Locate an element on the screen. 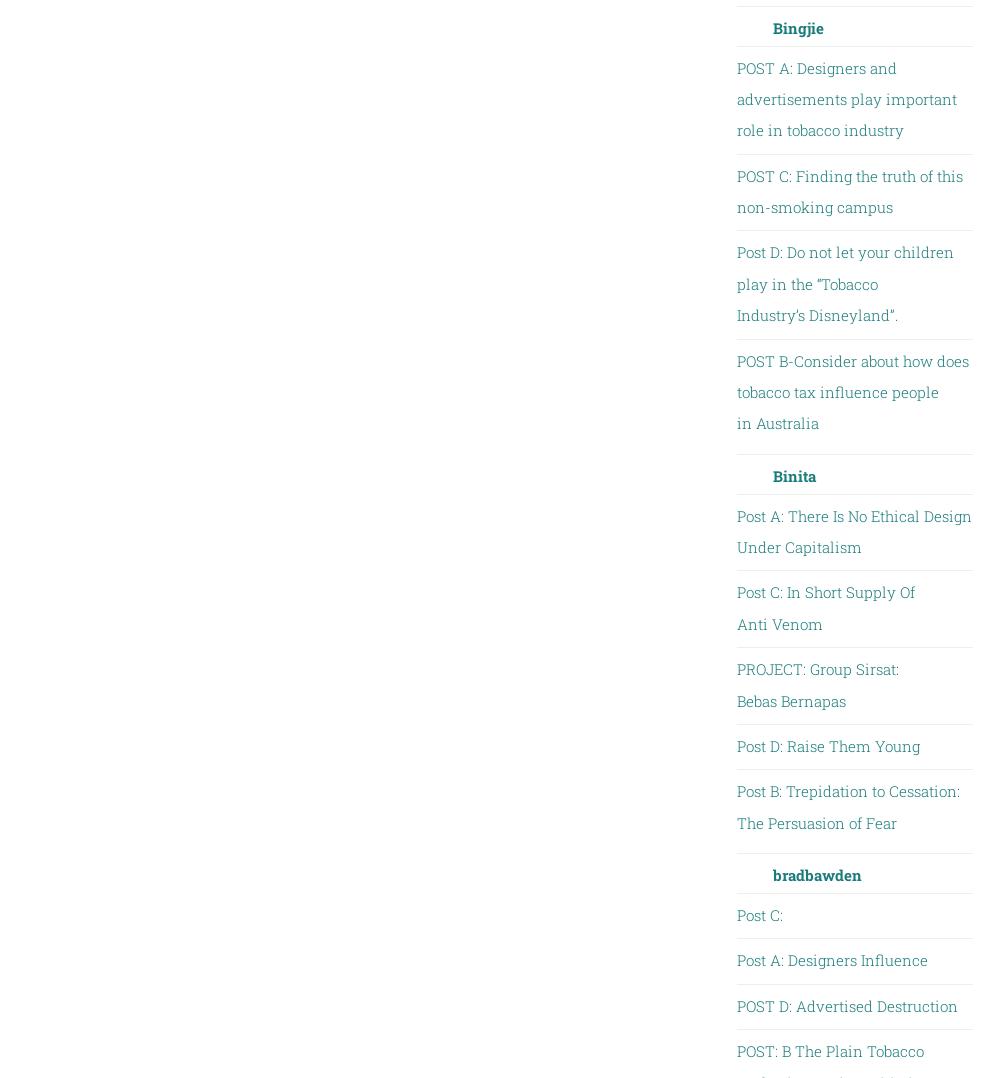 The width and height of the screenshot is (1000, 1078). 'Post C:' is located at coordinates (735, 915).